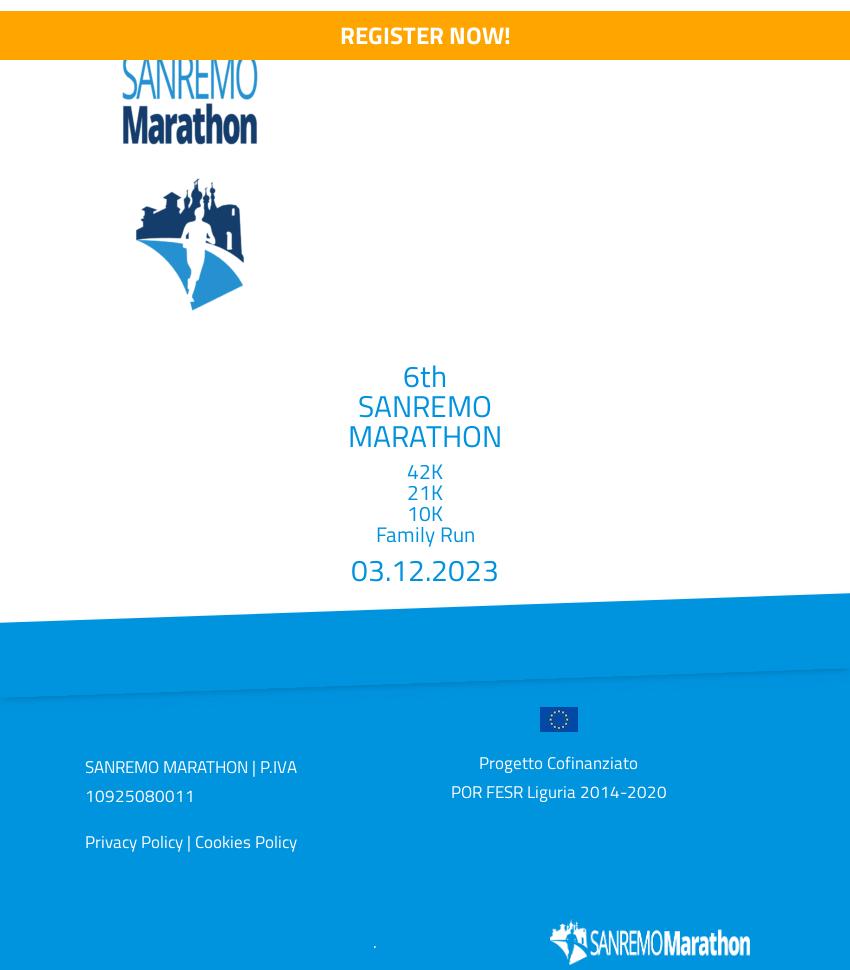 The image size is (850, 970). I want to click on 'SANREMO', so click(425, 404).